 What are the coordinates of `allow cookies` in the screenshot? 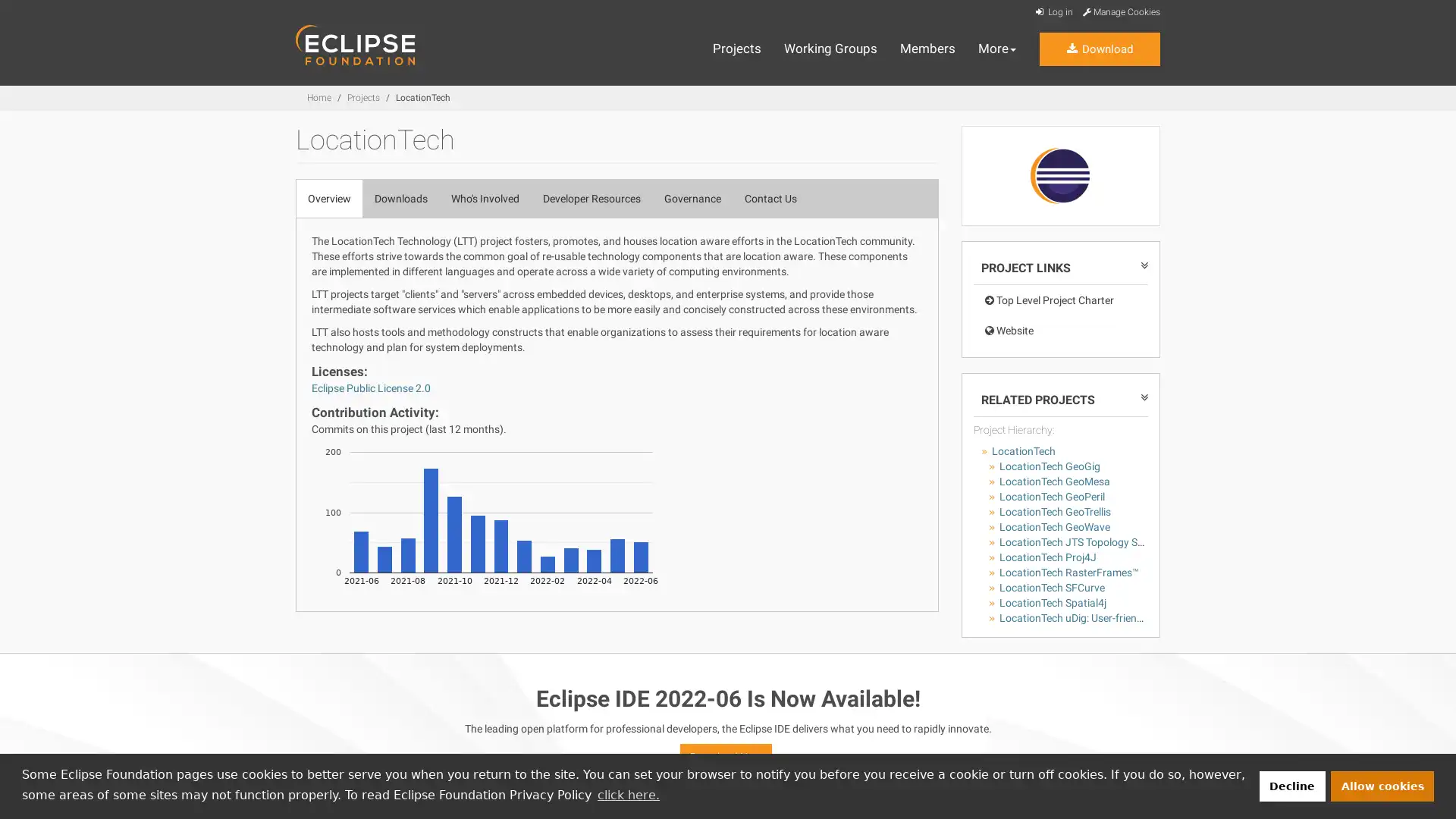 It's located at (1382, 785).